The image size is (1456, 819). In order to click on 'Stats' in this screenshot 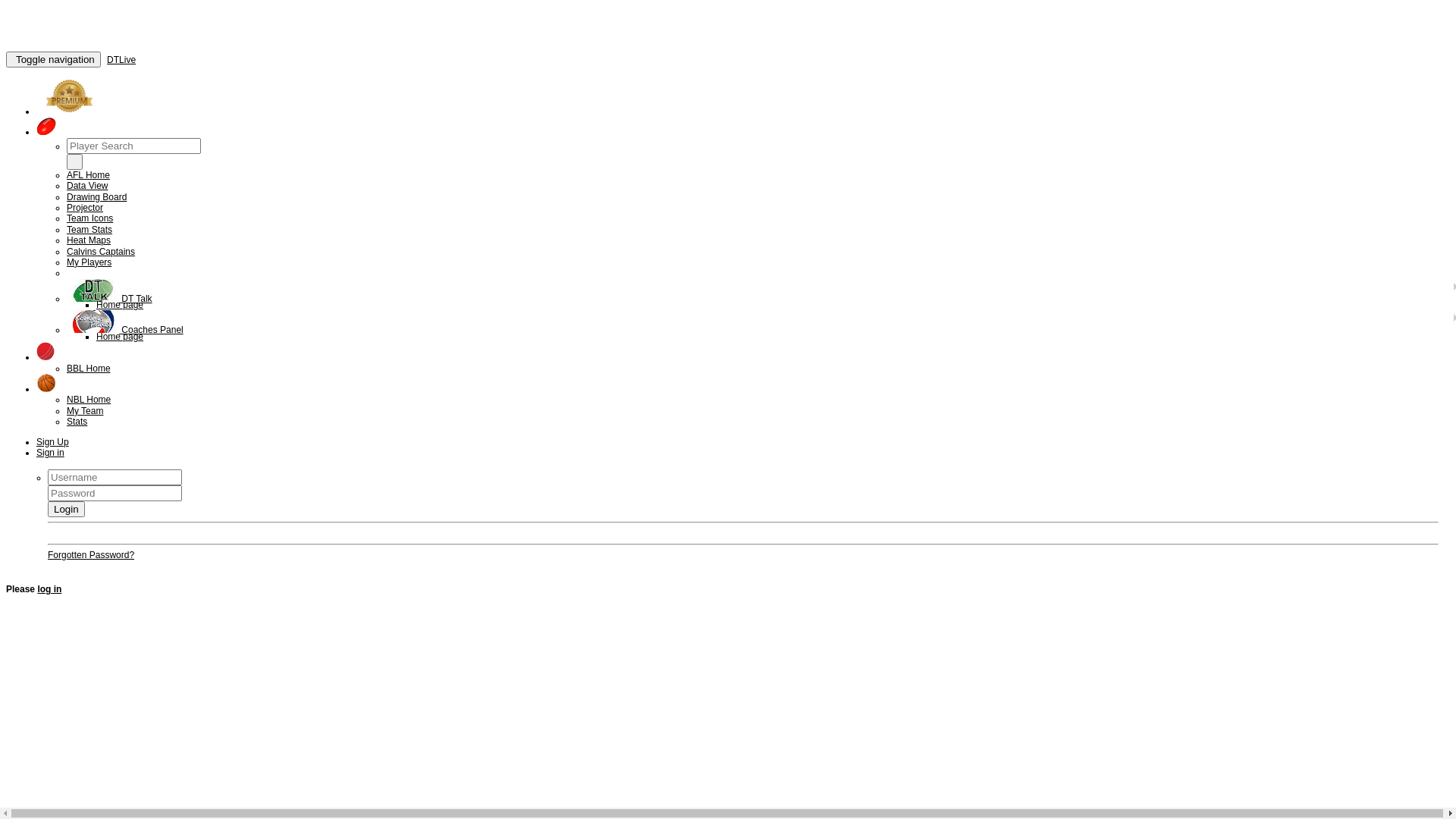, I will do `click(76, 421)`.